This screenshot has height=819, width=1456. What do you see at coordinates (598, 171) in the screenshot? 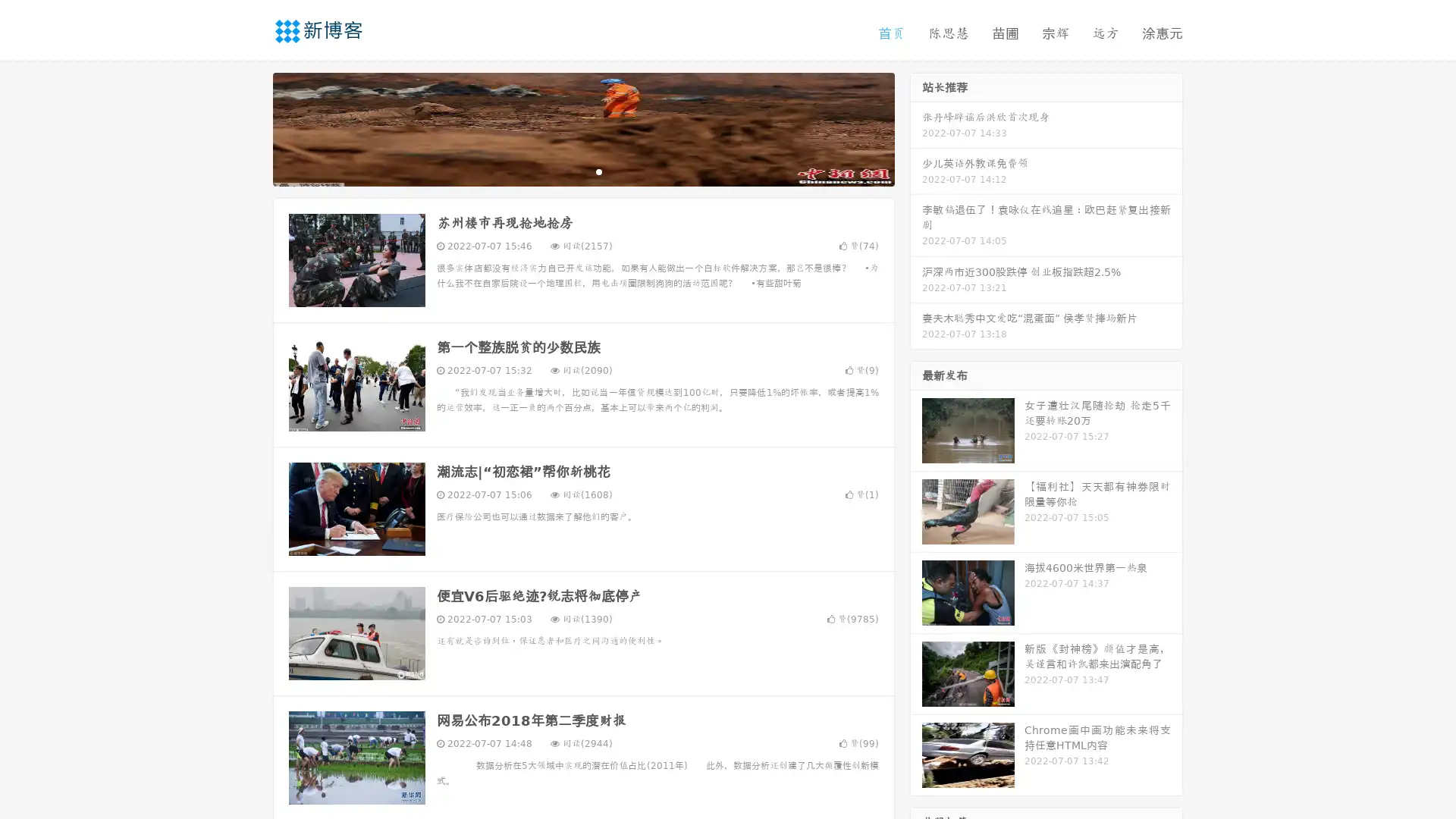
I see `Go to slide 3` at bounding box center [598, 171].